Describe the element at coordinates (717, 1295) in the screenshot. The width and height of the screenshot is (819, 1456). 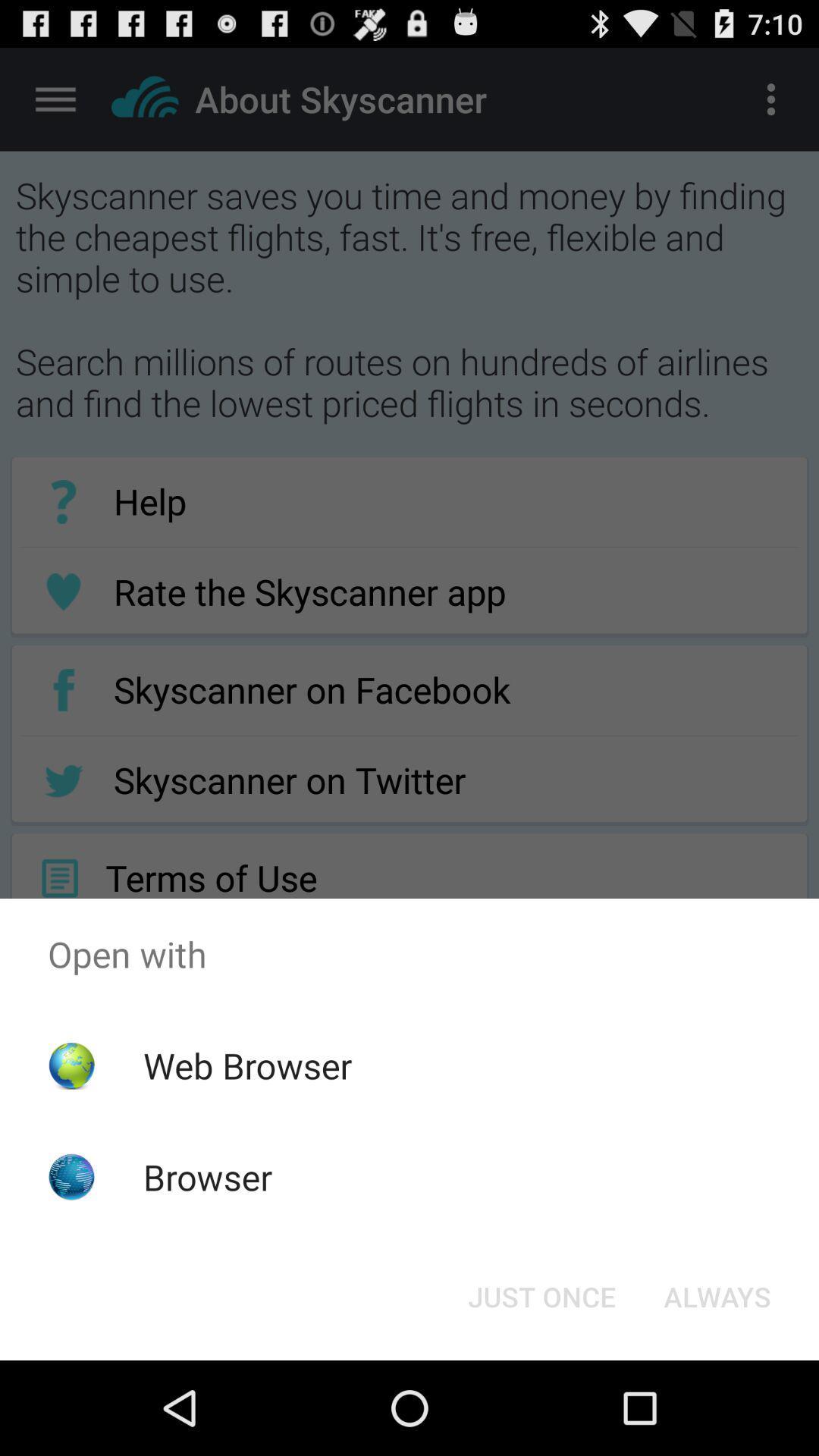
I see `the item to the right of just once` at that location.